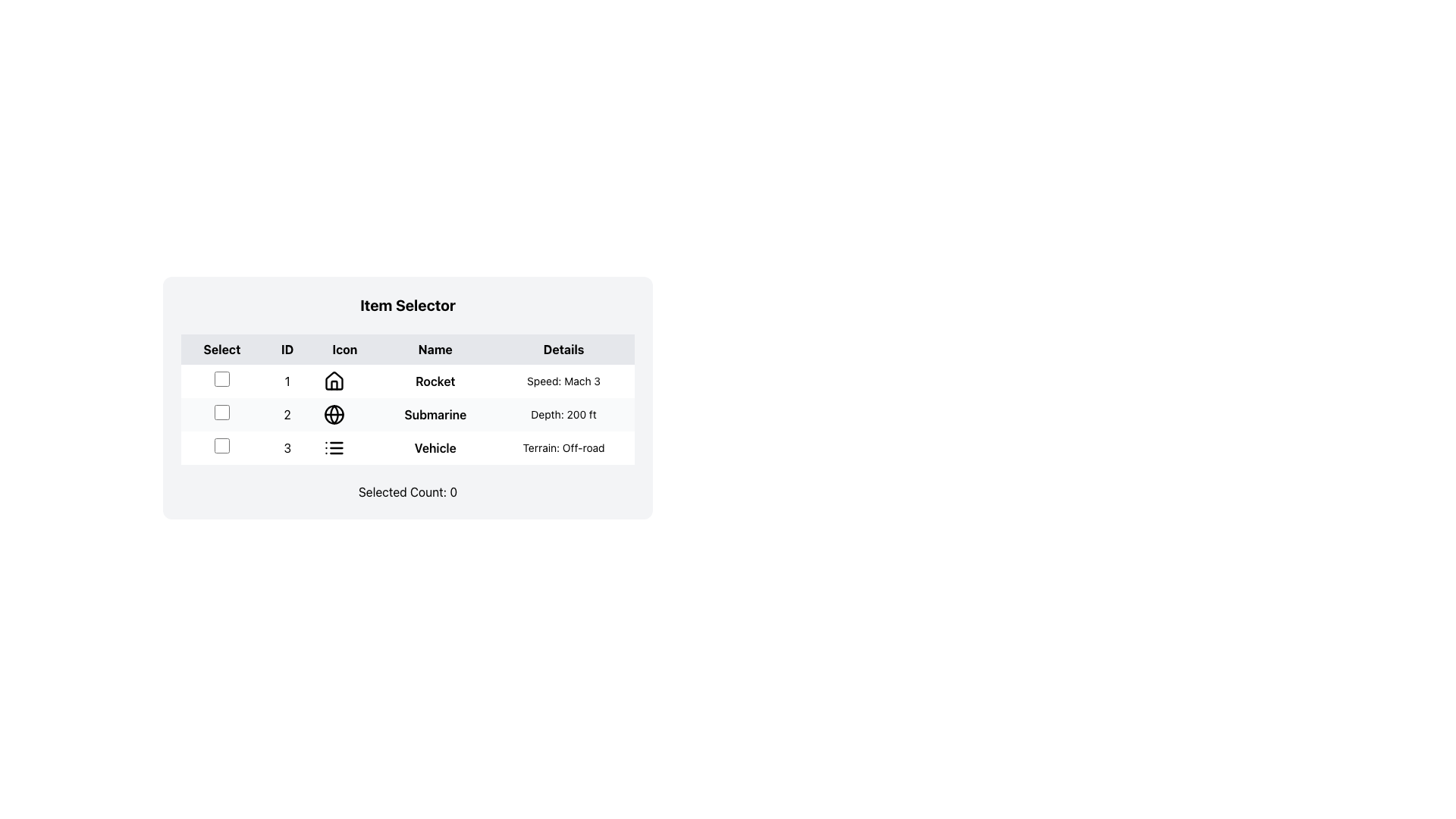 The width and height of the screenshot is (1456, 819). Describe the element at coordinates (563, 447) in the screenshot. I see `the text label displaying 'Terrain: Off-road' which is located in the 'Details' column of the third row in the 'Item Selector' table, aligned on the right side of the 'Vehicle' row` at that location.